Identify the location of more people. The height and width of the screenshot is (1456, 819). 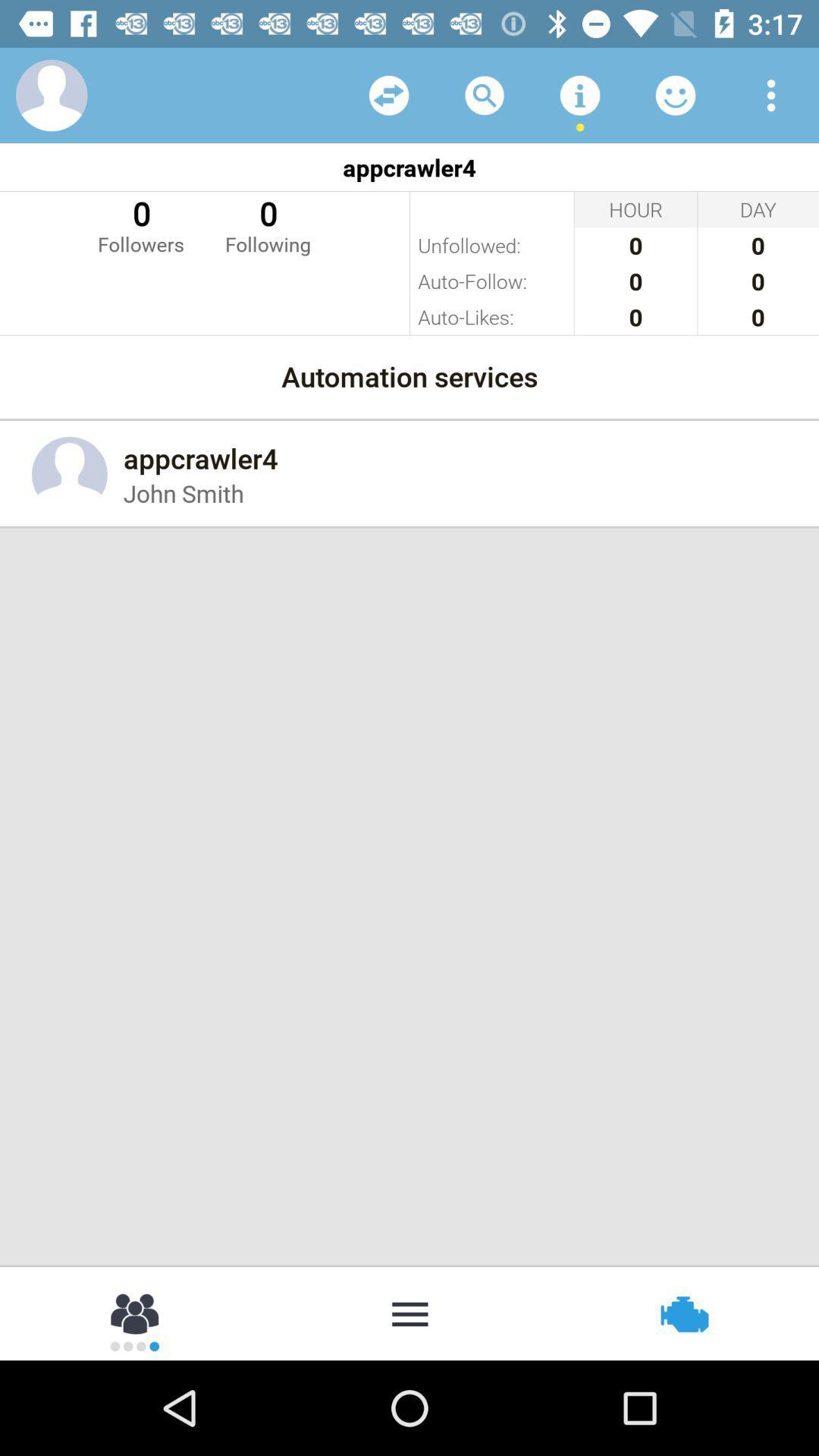
(135, 1312).